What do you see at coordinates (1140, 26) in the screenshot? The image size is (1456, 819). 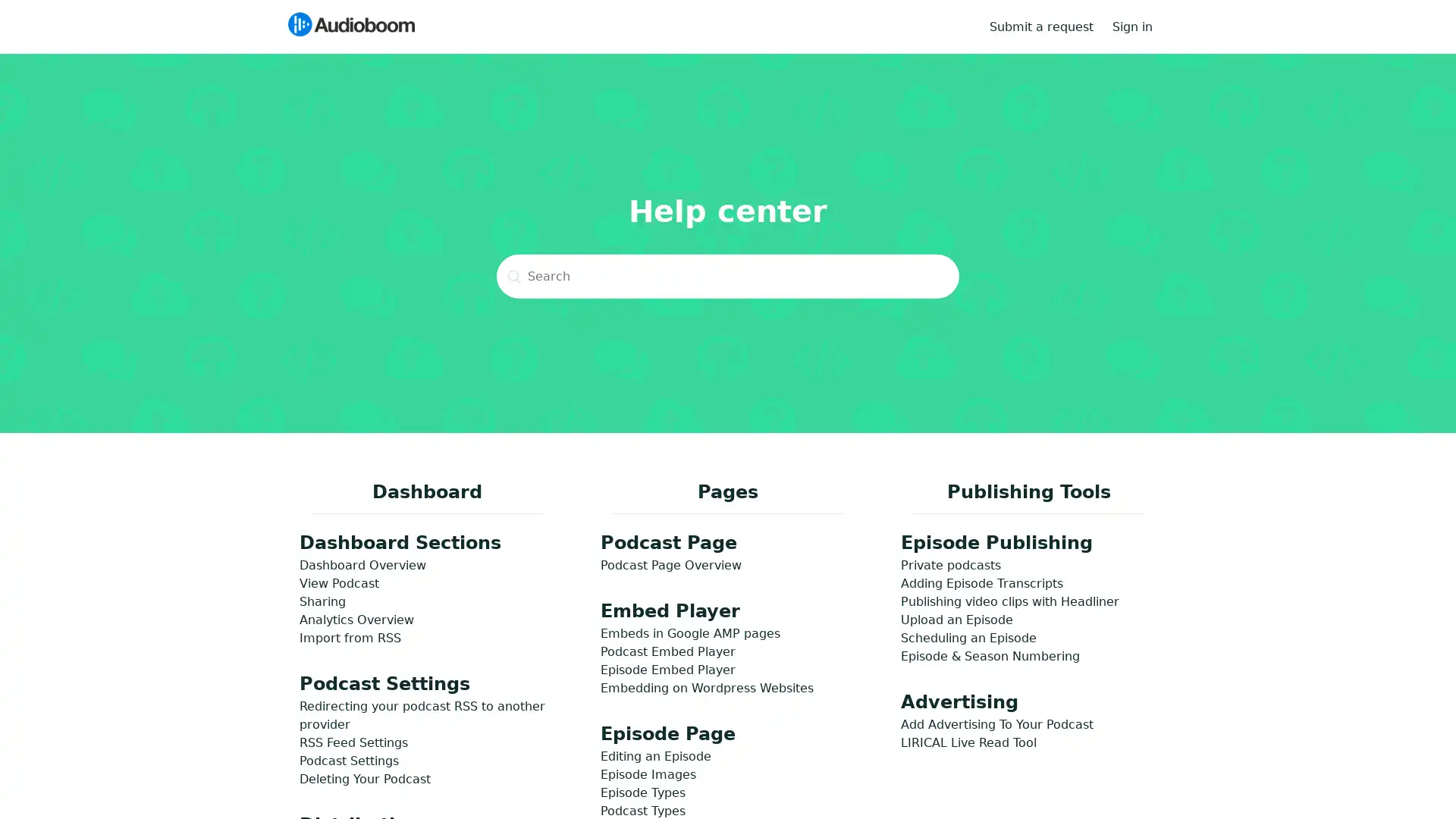 I see `Sign in` at bounding box center [1140, 26].